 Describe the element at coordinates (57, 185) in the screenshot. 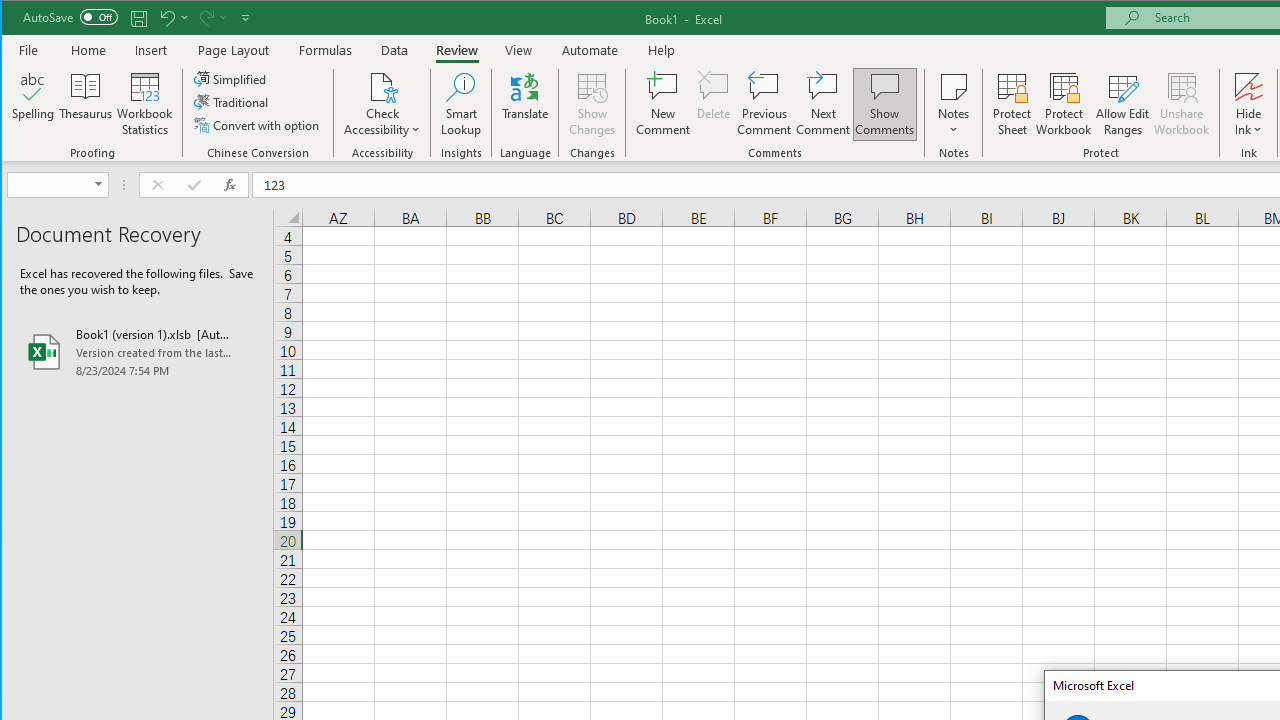

I see `'Name Box'` at that location.